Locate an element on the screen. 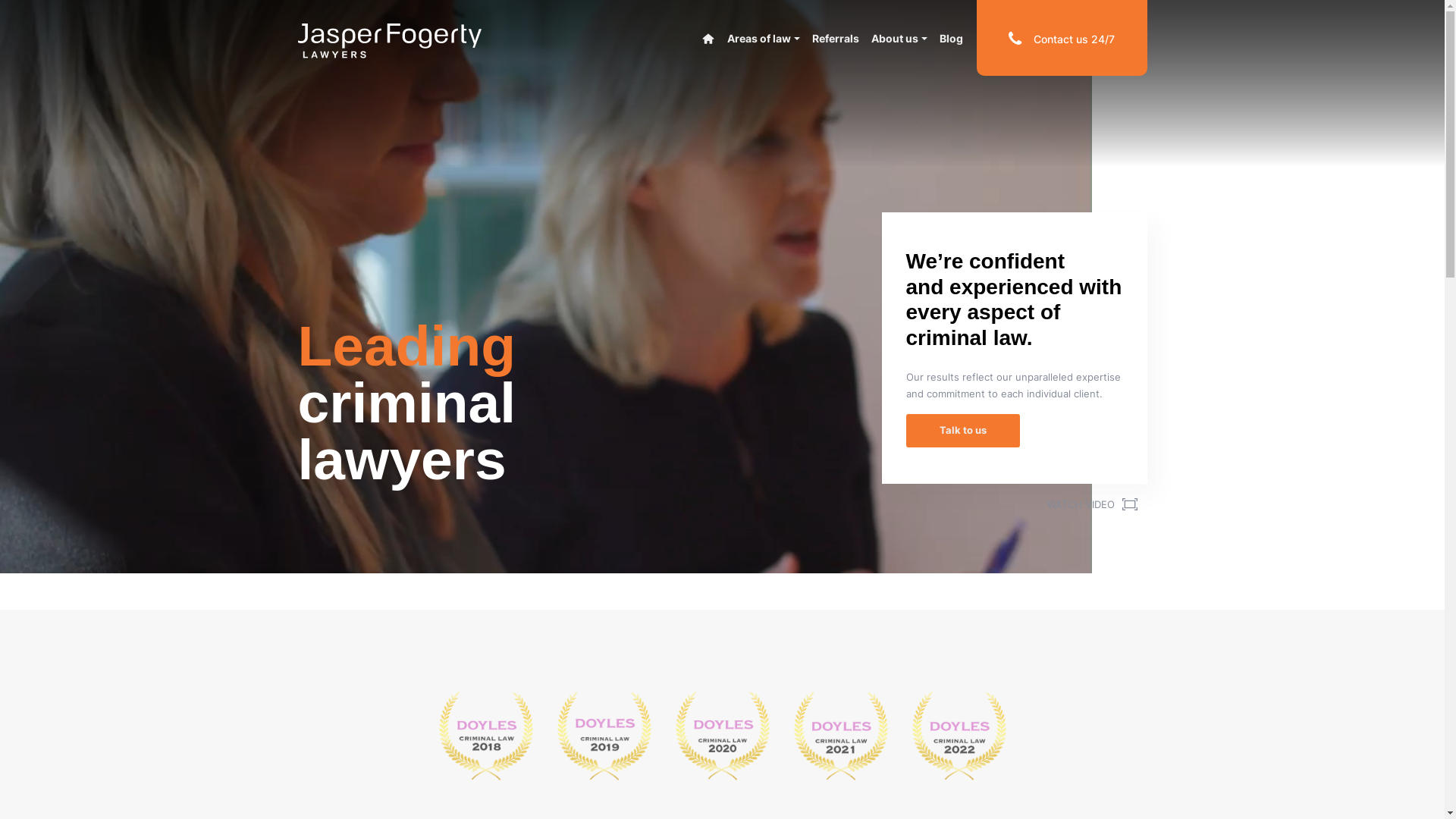 Image resolution: width=1456 pixels, height=819 pixels. 'Areas of law' is located at coordinates (764, 37).